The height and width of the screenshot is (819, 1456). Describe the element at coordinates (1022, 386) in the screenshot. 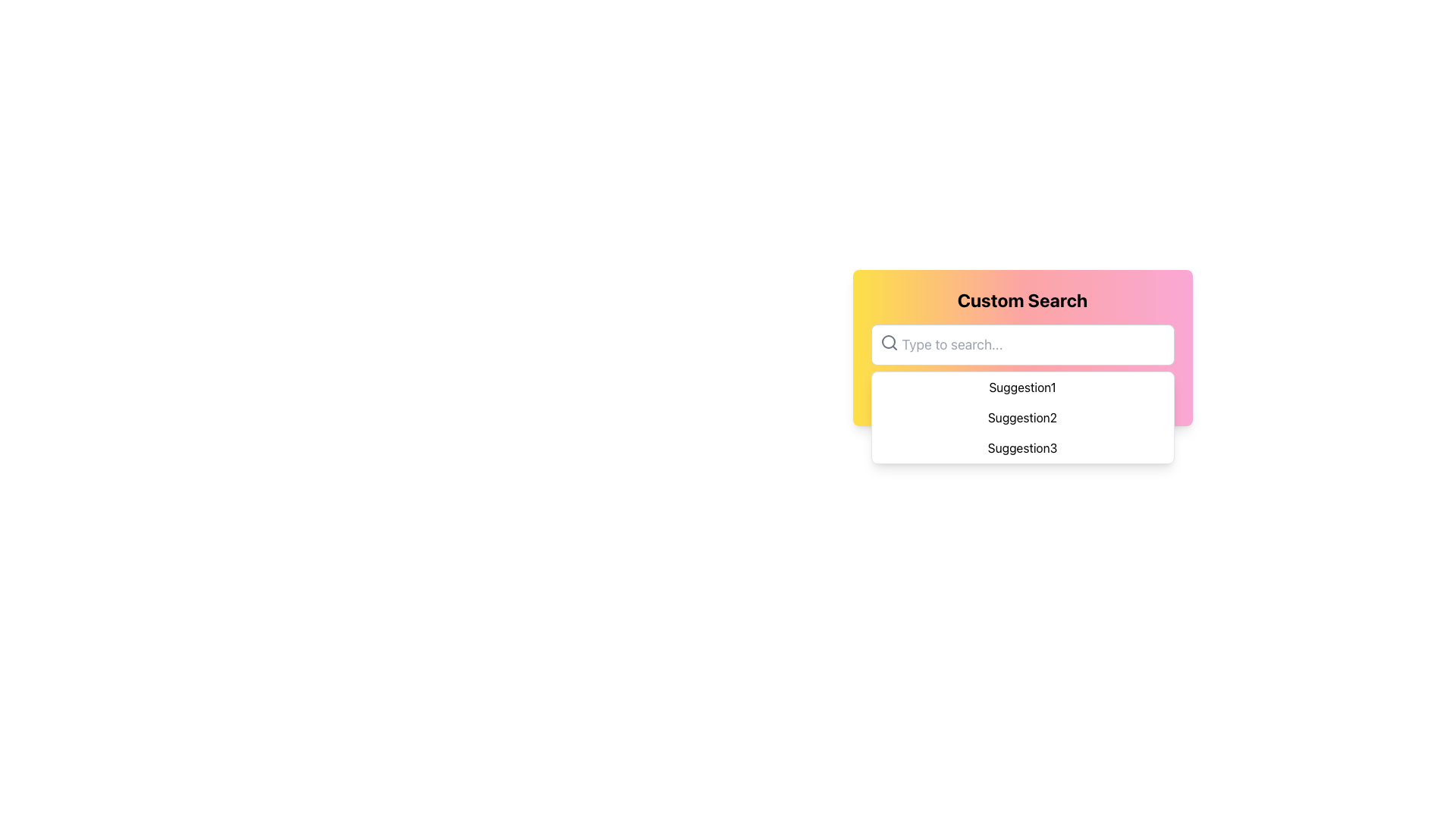

I see `the 'Suggestion1' text item in the dropdown menu` at that location.